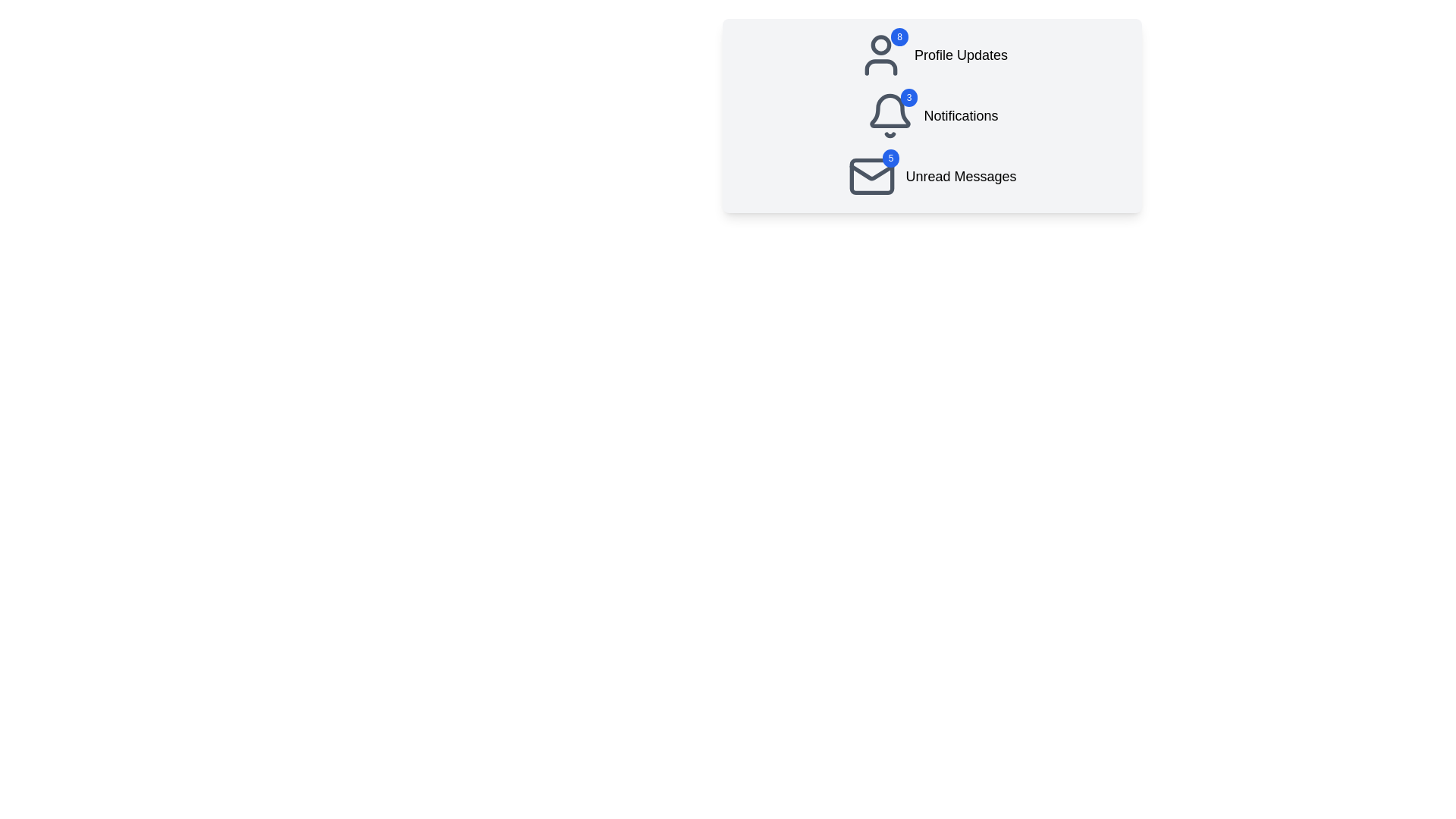  Describe the element at coordinates (960, 55) in the screenshot. I see `the 'Profile Updates' text label, which is a medium-sized, bold font element in black color on a light background, positioned to the right of an icon with a badge` at that location.